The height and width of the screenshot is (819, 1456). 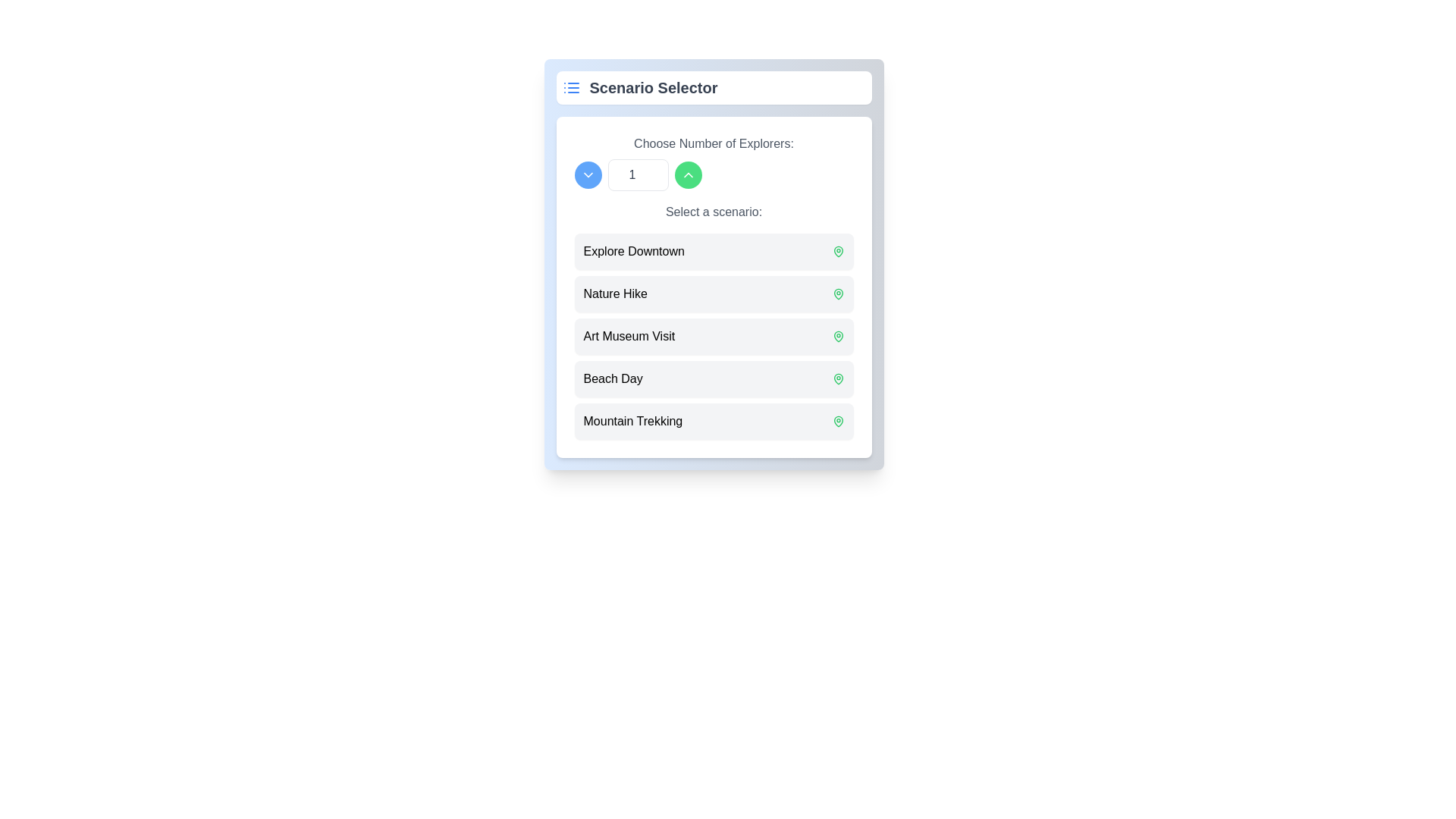 I want to click on the location marker icon associated with the 'Mountain Trekking' option in the vertical list of selectable options, so click(x=837, y=421).